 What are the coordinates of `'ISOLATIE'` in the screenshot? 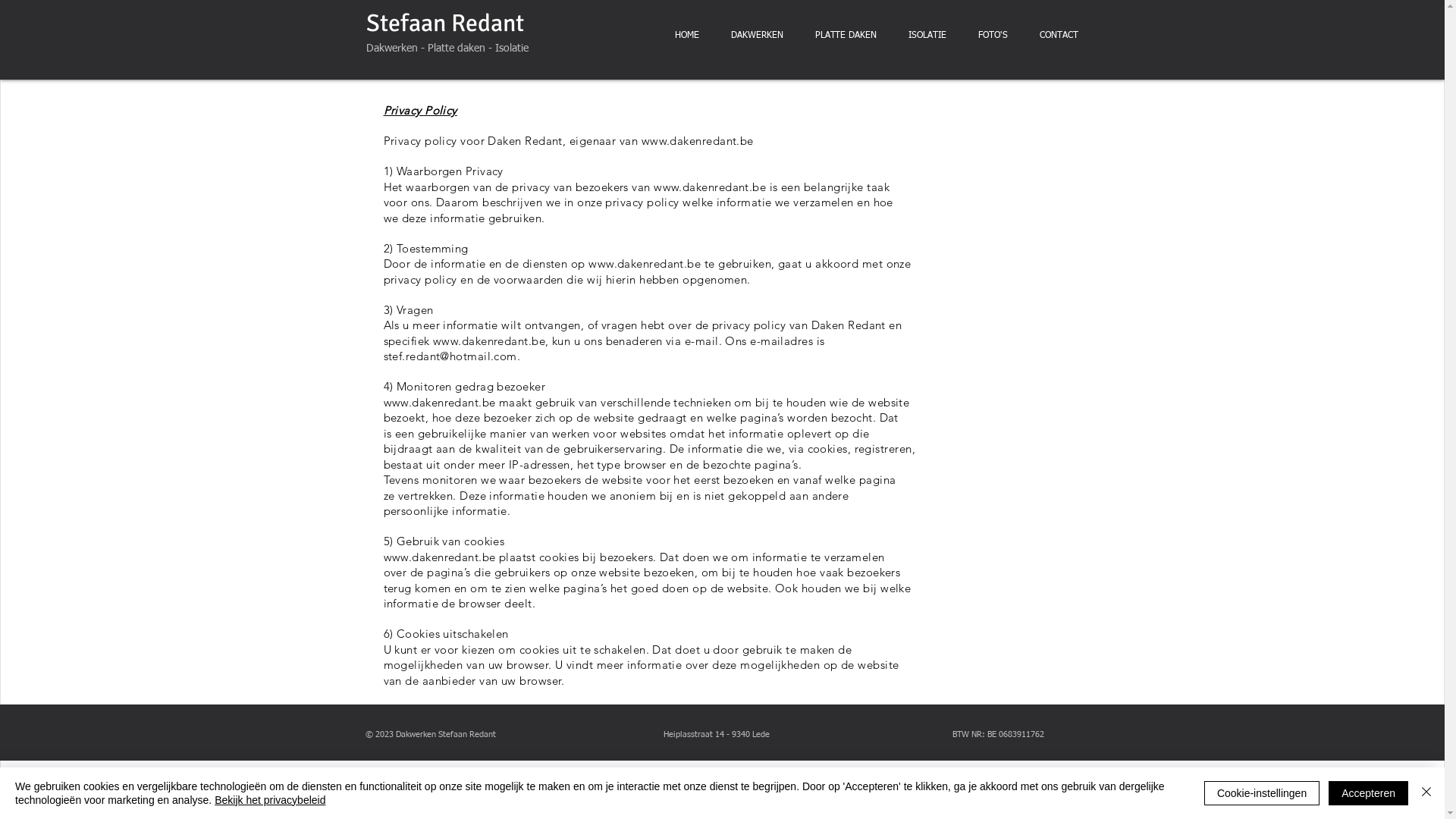 It's located at (892, 35).